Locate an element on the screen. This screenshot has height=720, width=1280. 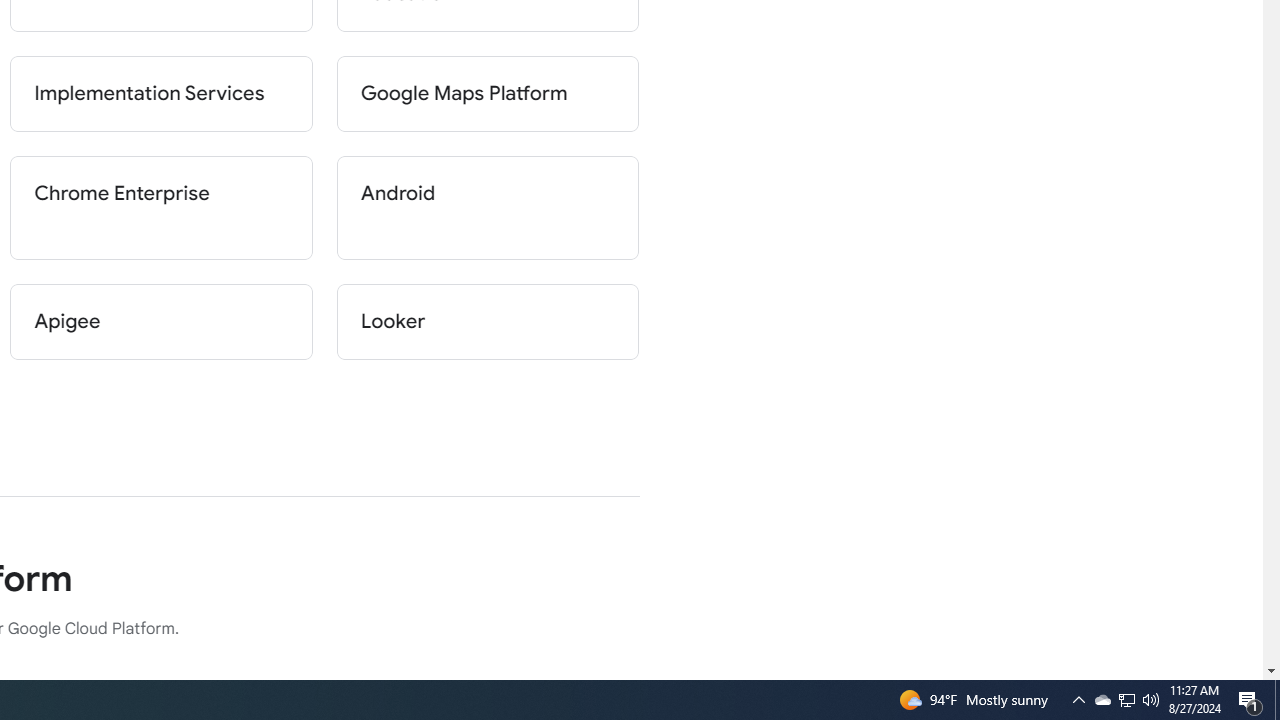
'Android' is located at coordinates (487, 208).